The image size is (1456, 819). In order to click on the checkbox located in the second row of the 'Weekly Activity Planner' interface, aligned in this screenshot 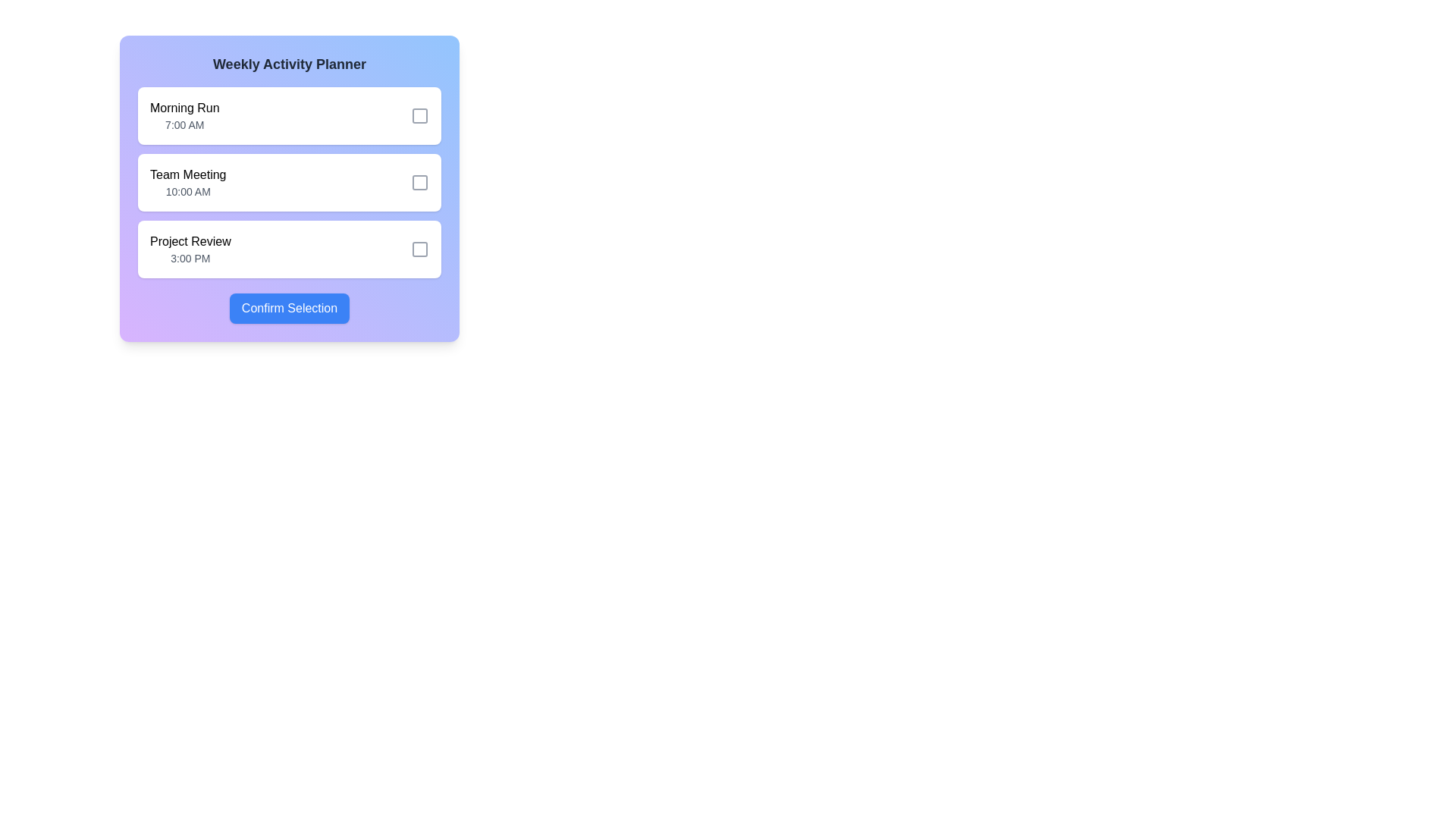, I will do `click(419, 181)`.